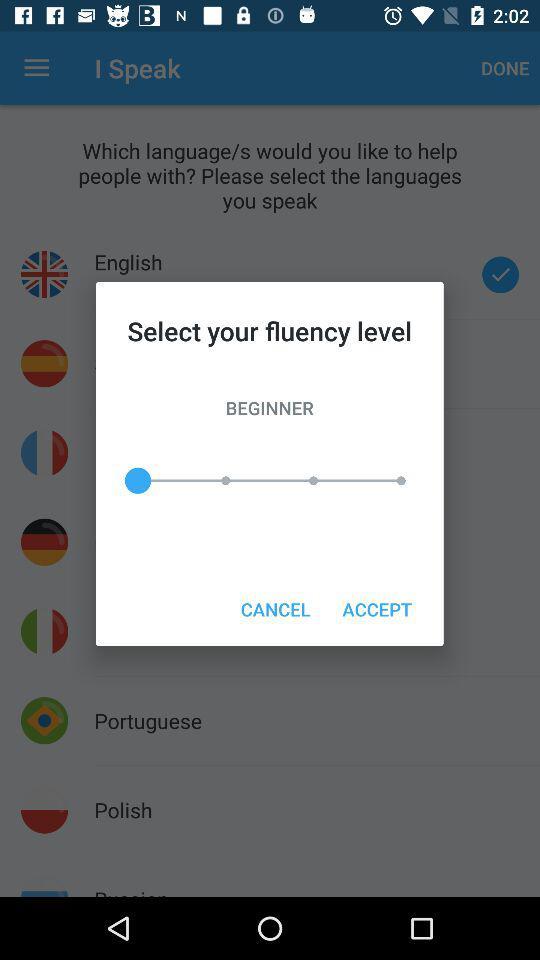 The height and width of the screenshot is (960, 540). What do you see at coordinates (377, 608) in the screenshot?
I see `the item next to the cancel item` at bounding box center [377, 608].